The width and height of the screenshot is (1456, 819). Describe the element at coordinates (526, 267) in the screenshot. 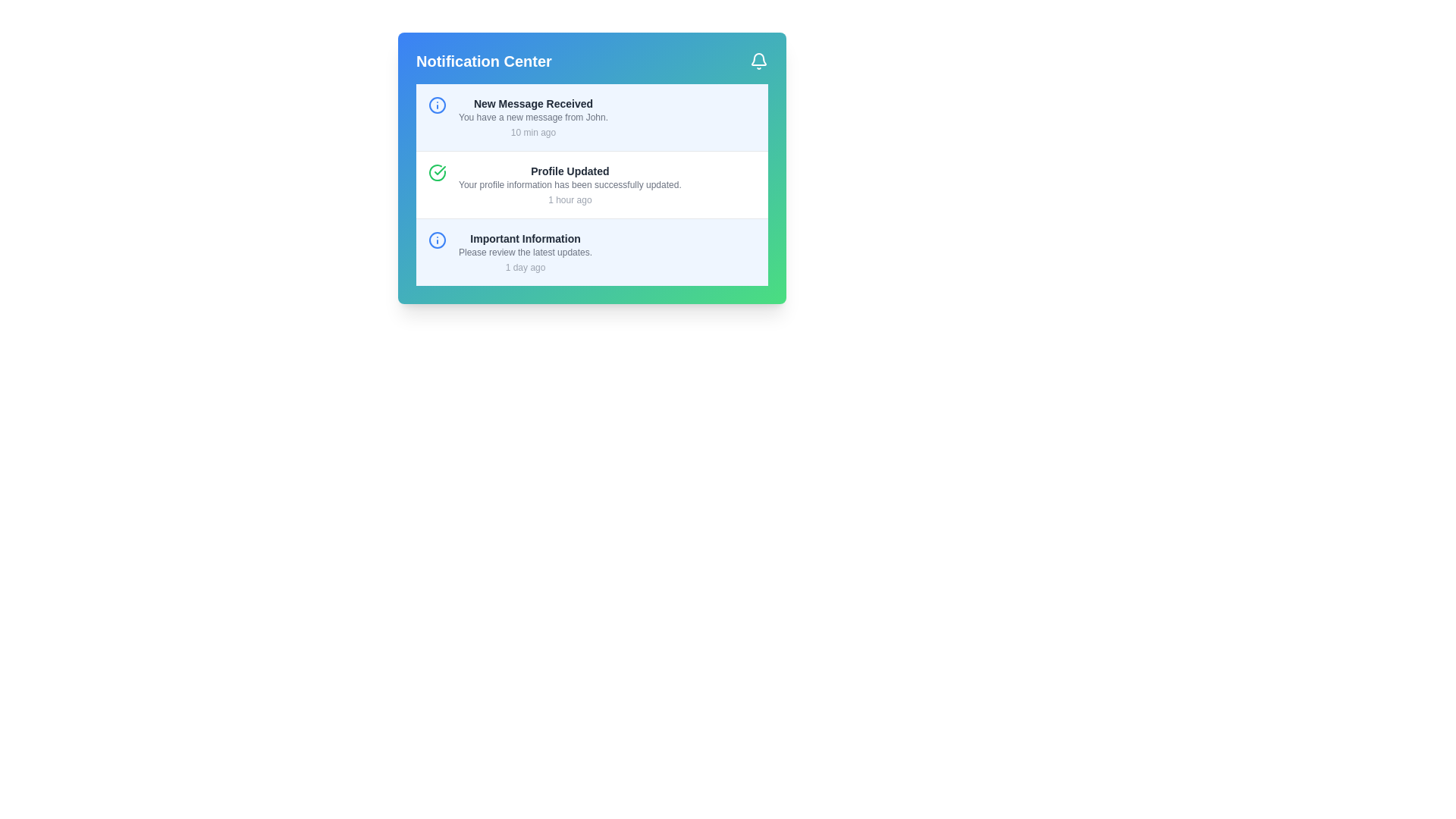

I see `the text label displaying '1 day ago' located at the bottom of the 'Important Information' notification box` at that location.